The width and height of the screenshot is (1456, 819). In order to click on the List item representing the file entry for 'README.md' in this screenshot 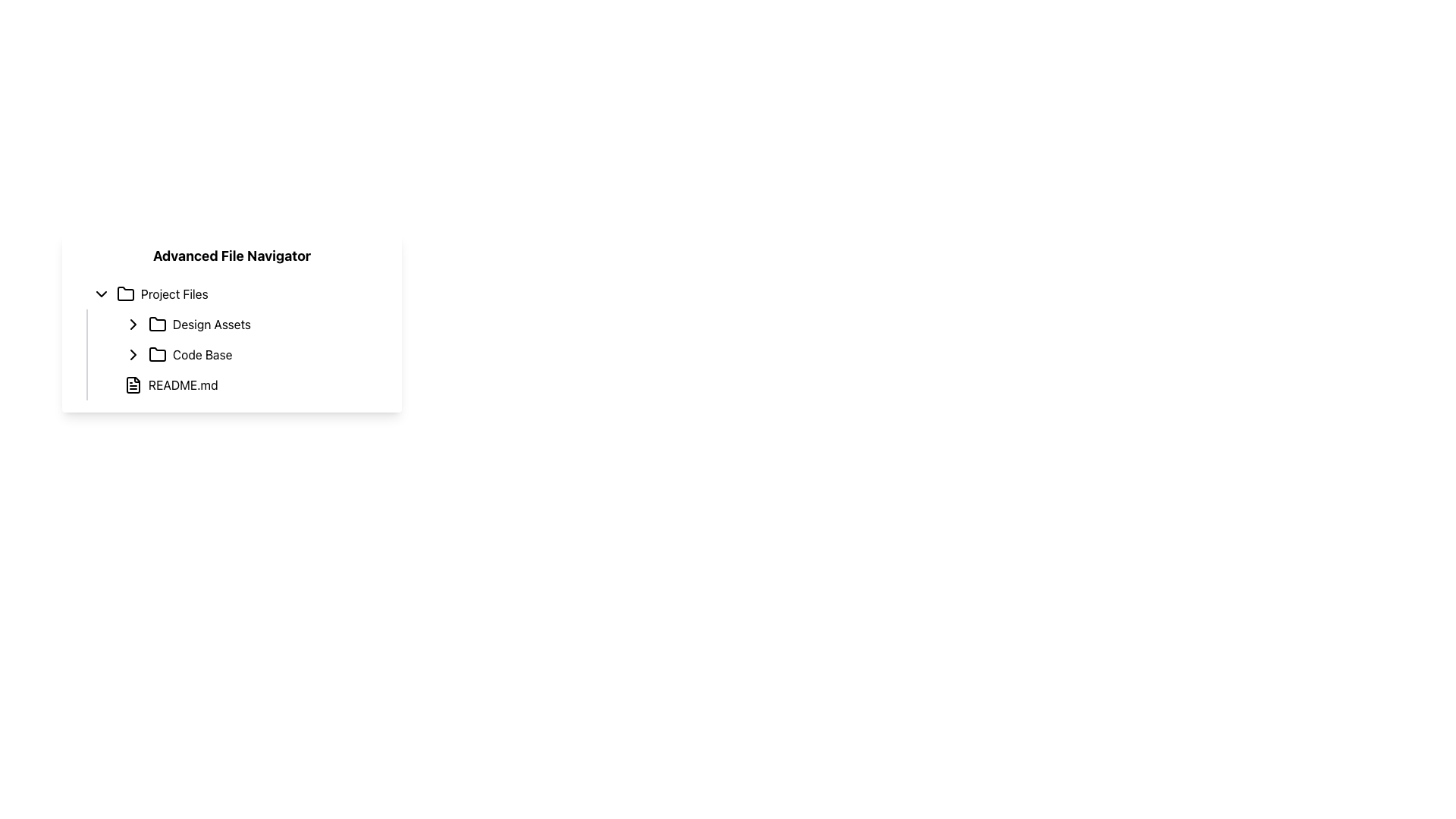, I will do `click(254, 384)`.